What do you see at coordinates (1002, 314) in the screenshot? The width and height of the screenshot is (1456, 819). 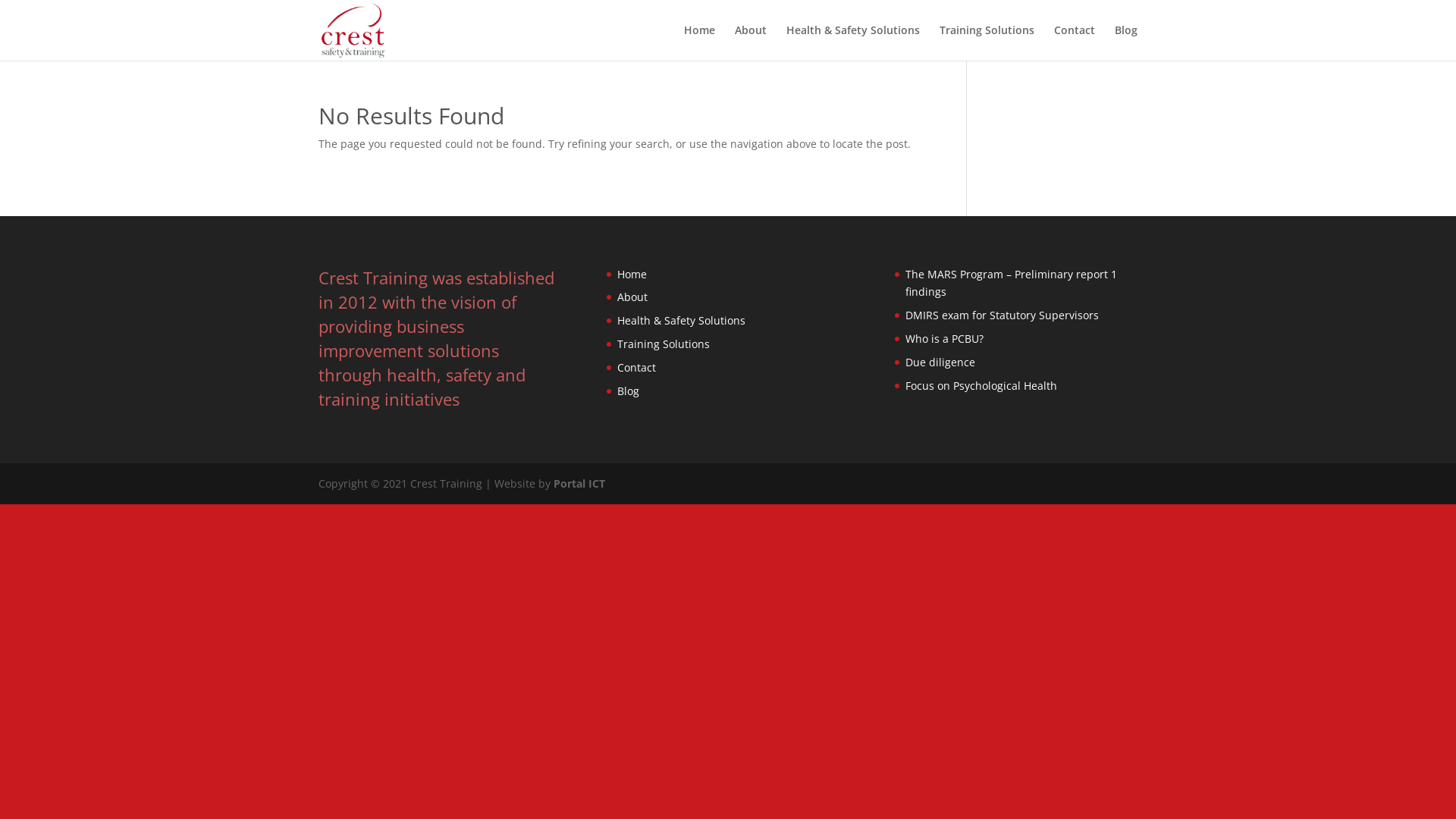 I see `'DMIRS exam for Statutory Supervisors'` at bounding box center [1002, 314].